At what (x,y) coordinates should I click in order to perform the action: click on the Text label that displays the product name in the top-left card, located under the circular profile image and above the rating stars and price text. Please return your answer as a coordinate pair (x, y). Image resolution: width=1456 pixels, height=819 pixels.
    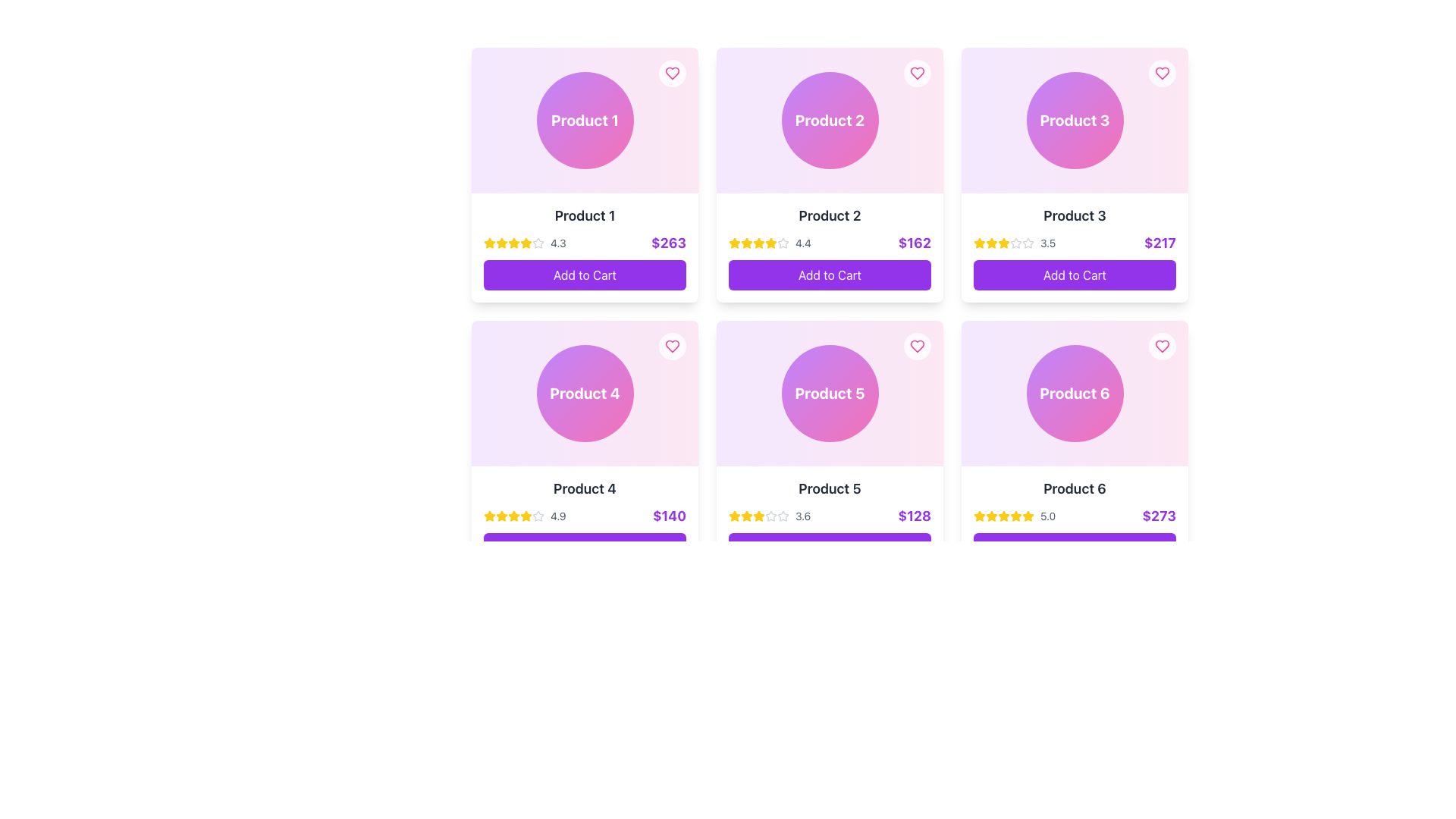
    Looking at the image, I should click on (584, 216).